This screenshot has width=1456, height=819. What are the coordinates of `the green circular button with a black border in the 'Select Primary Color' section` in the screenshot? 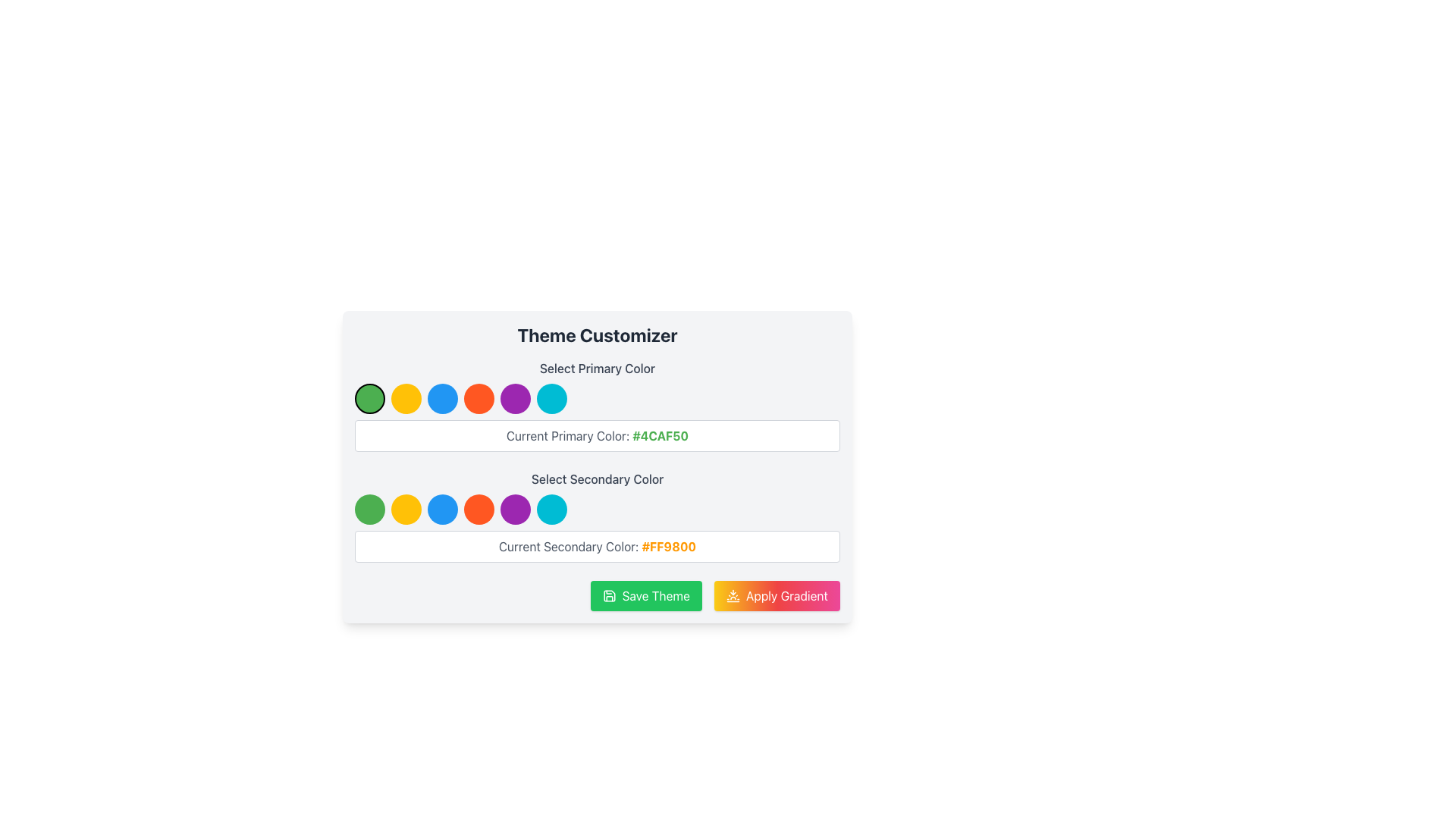 It's located at (370, 397).